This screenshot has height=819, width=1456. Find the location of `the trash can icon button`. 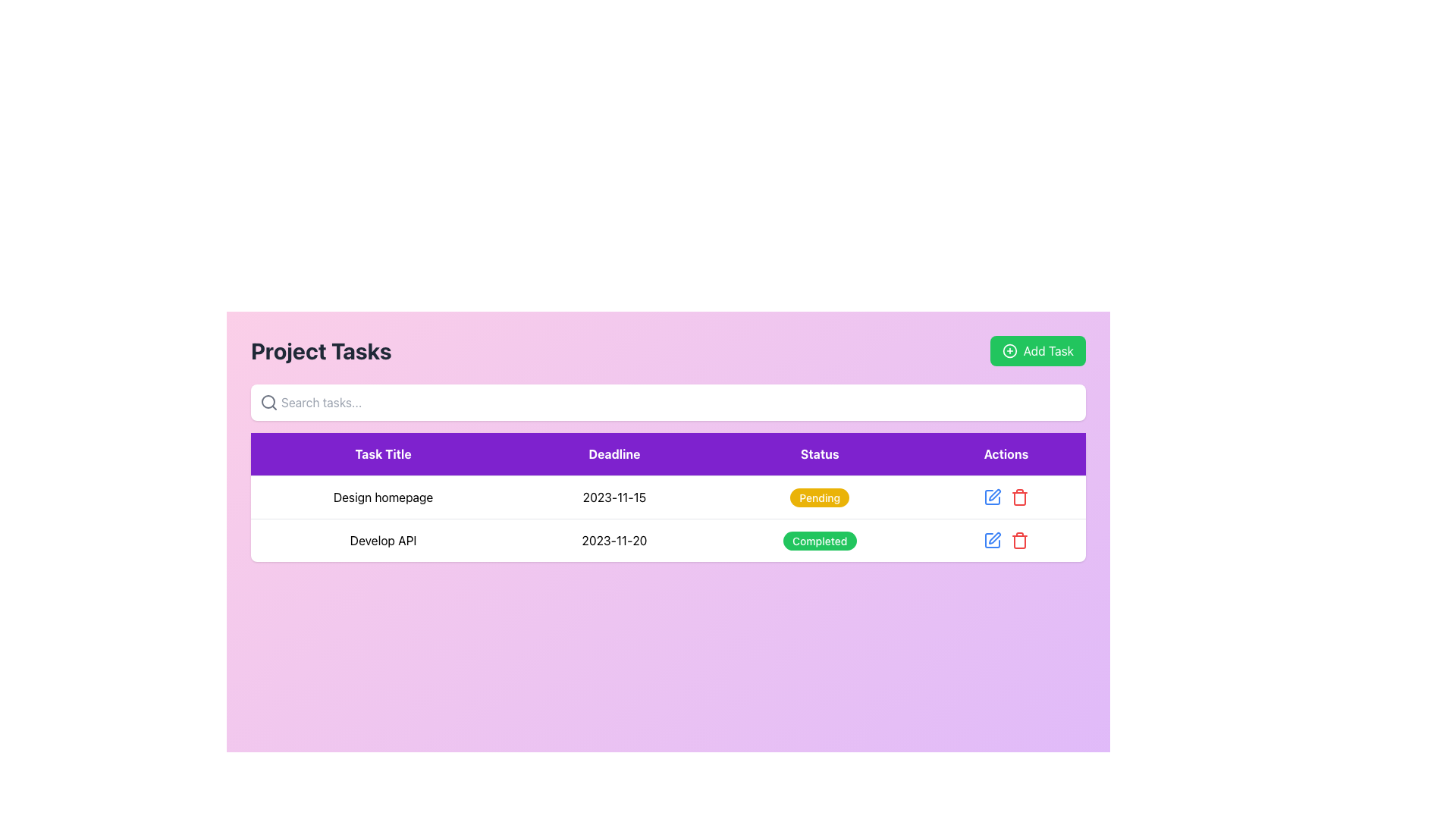

the trash can icon button is located at coordinates (1019, 540).